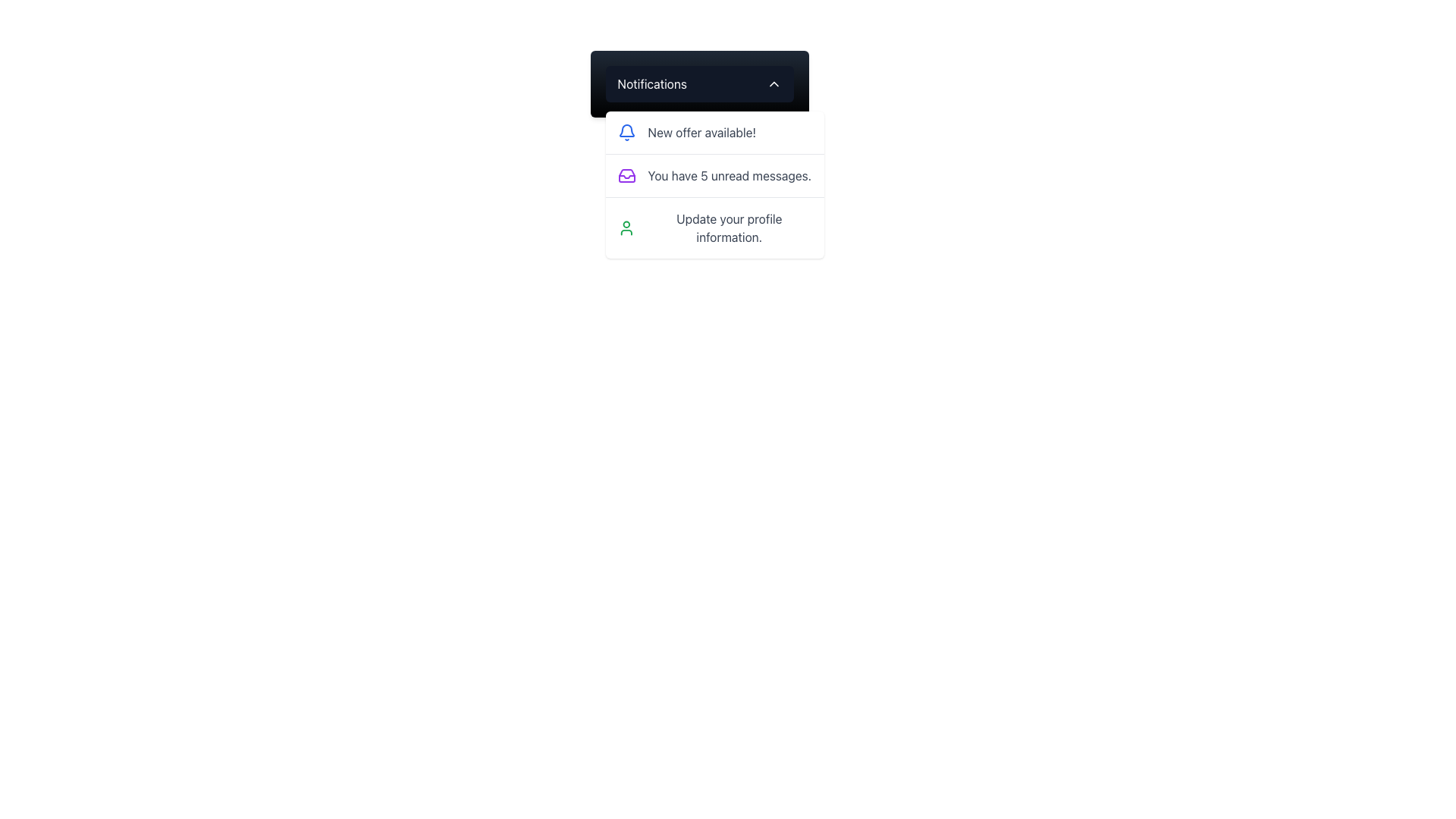  What do you see at coordinates (701, 131) in the screenshot?
I see `the text label indicating a new offer in the first notification entry of the dropdown panel titled 'Notifications', located horizontally beside a blue bell icon` at bounding box center [701, 131].